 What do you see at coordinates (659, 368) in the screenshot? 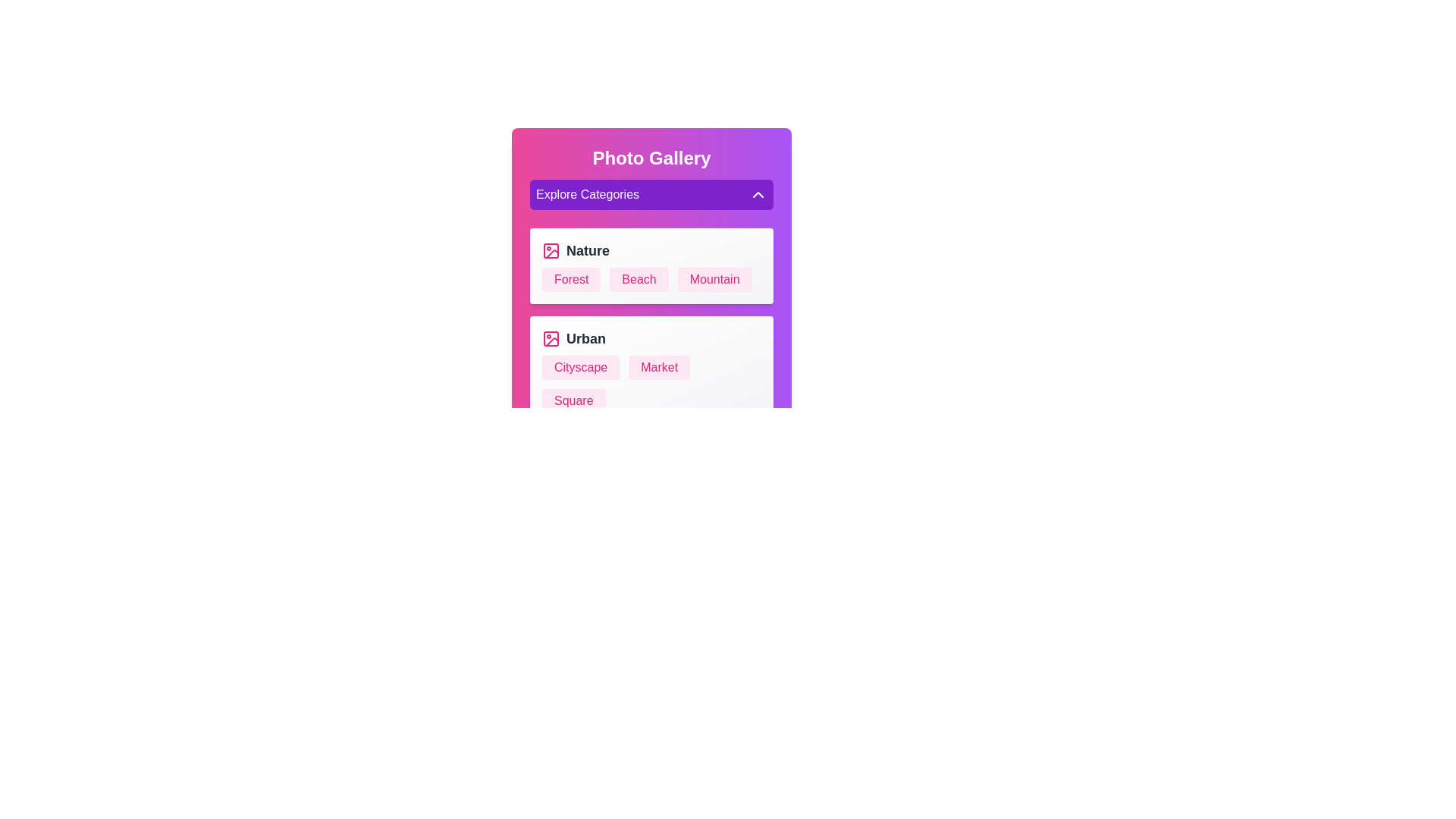
I see `the text element labeled 'Market' to select it` at bounding box center [659, 368].